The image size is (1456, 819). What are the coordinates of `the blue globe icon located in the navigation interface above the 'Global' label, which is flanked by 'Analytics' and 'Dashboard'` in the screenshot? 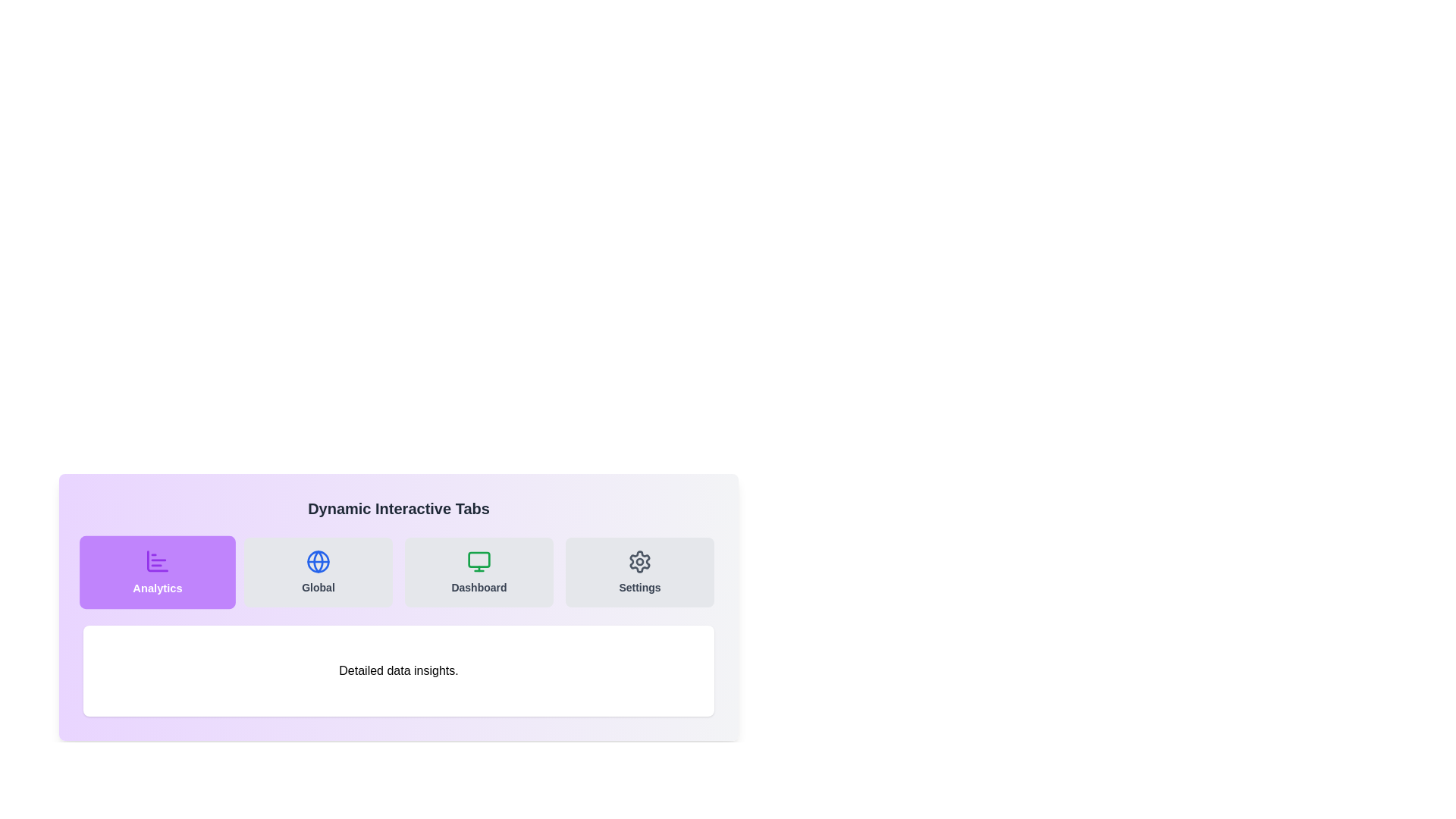 It's located at (318, 561).